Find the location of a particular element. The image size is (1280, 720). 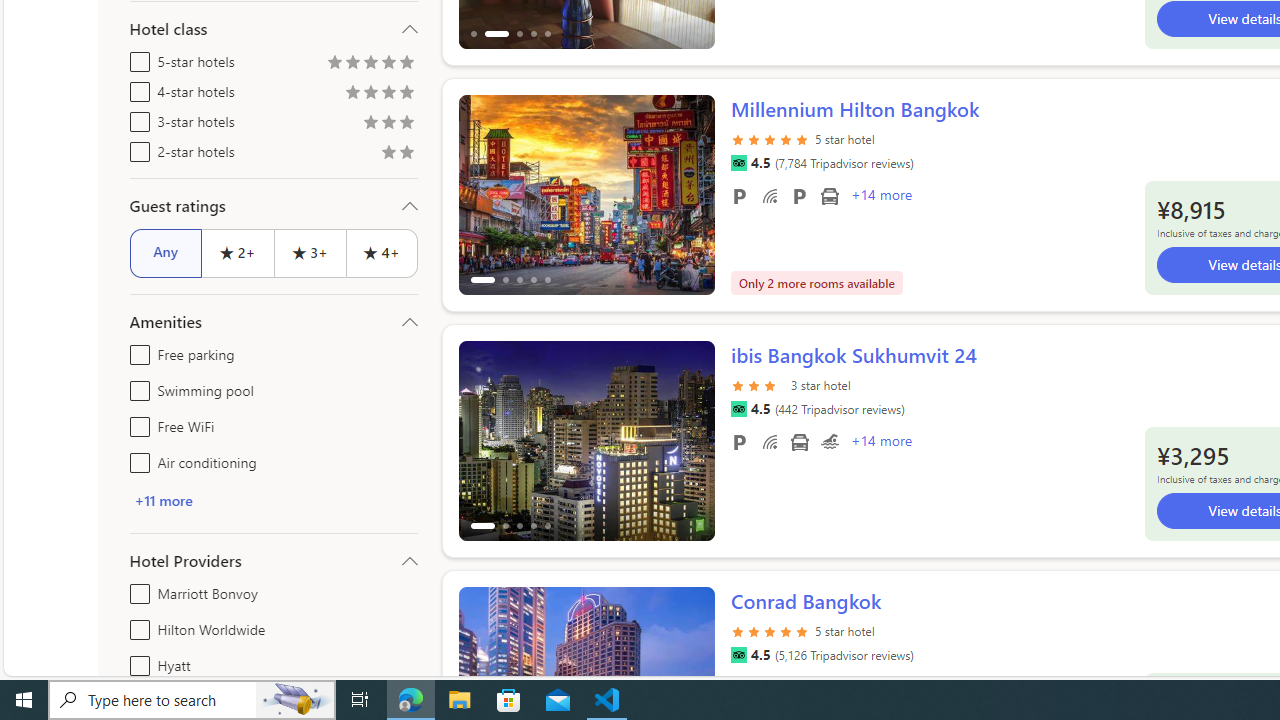

'Any' is located at coordinates (165, 252).